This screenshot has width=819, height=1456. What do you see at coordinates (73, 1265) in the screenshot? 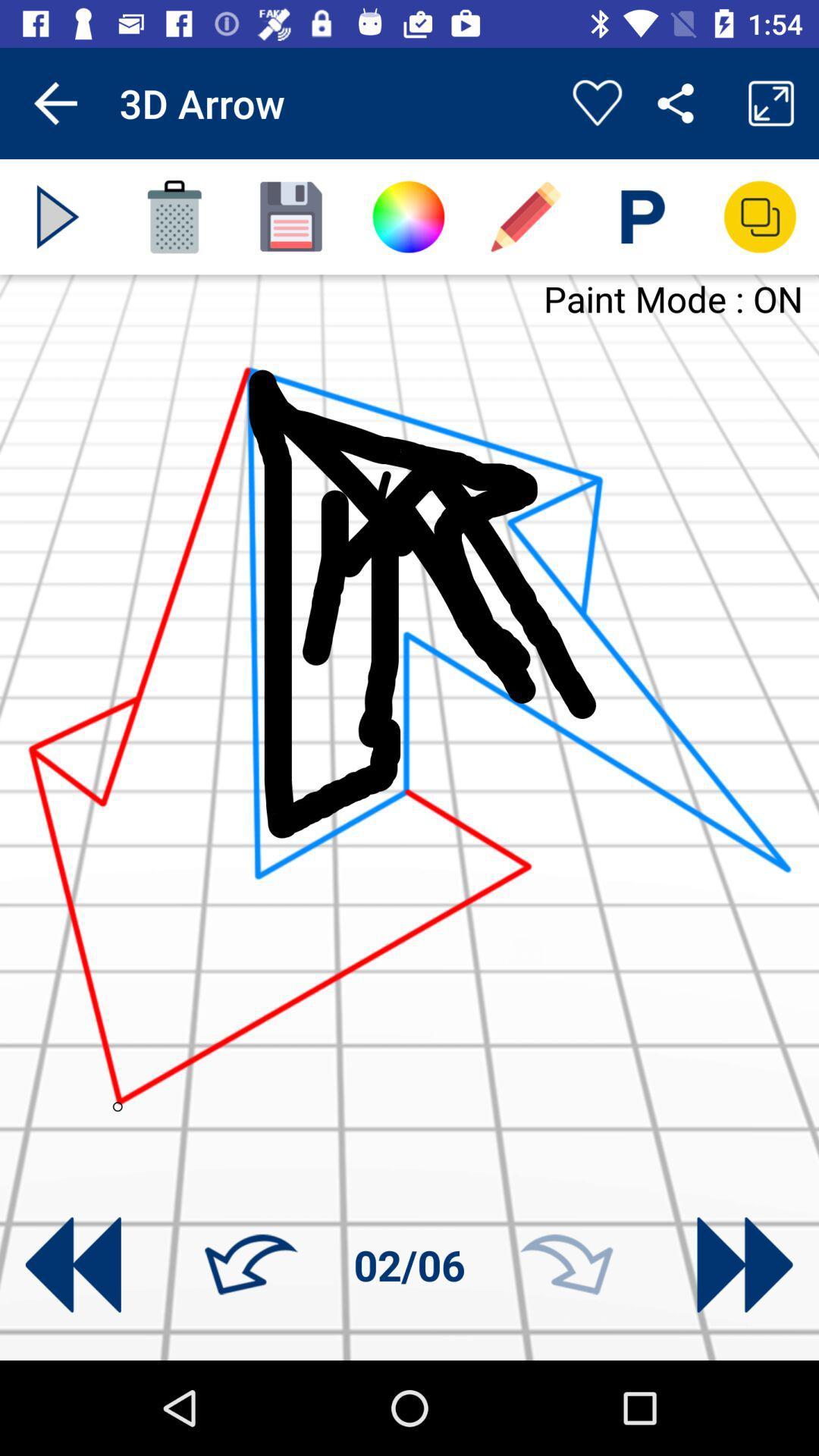
I see `go back` at bounding box center [73, 1265].